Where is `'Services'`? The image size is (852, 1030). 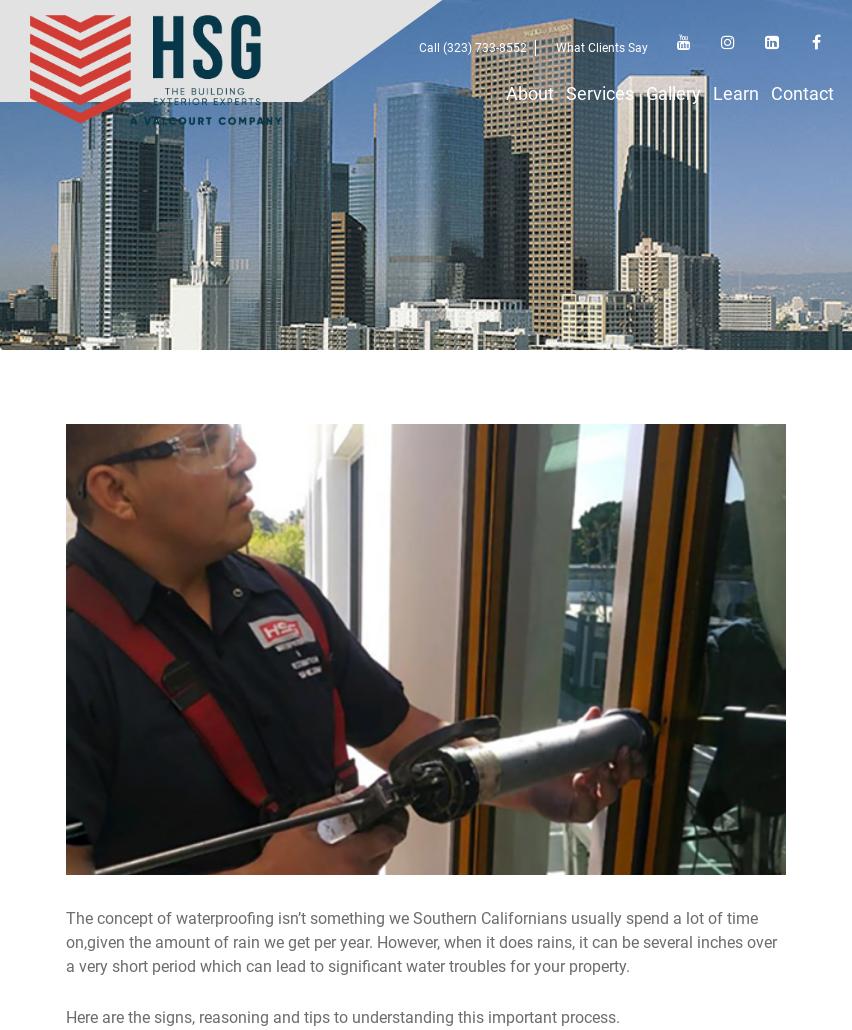 'Services' is located at coordinates (565, 93).